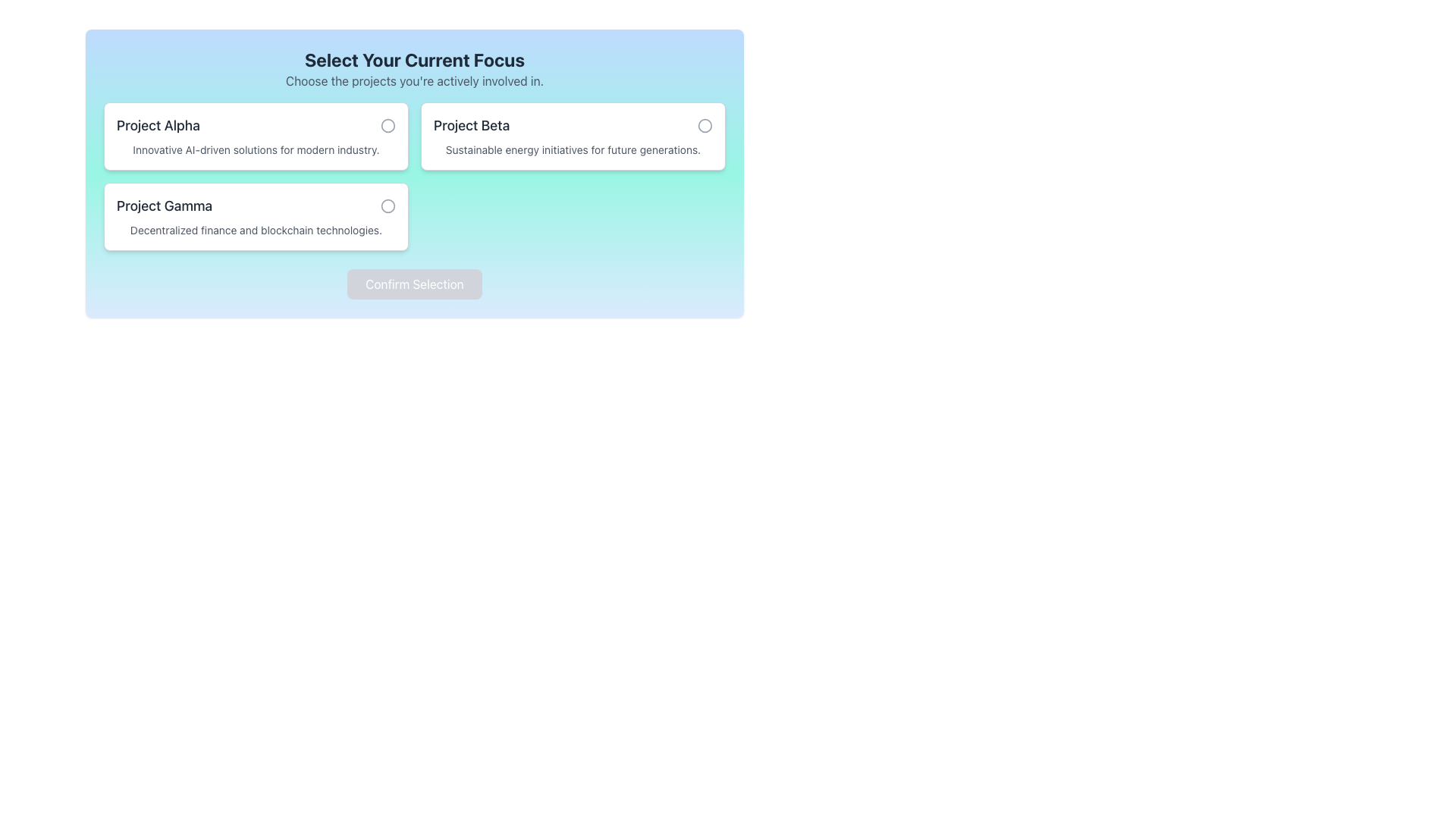  Describe the element at coordinates (415, 284) in the screenshot. I see `the confirmation button located beneath the list of project options to observe its hover effects` at that location.